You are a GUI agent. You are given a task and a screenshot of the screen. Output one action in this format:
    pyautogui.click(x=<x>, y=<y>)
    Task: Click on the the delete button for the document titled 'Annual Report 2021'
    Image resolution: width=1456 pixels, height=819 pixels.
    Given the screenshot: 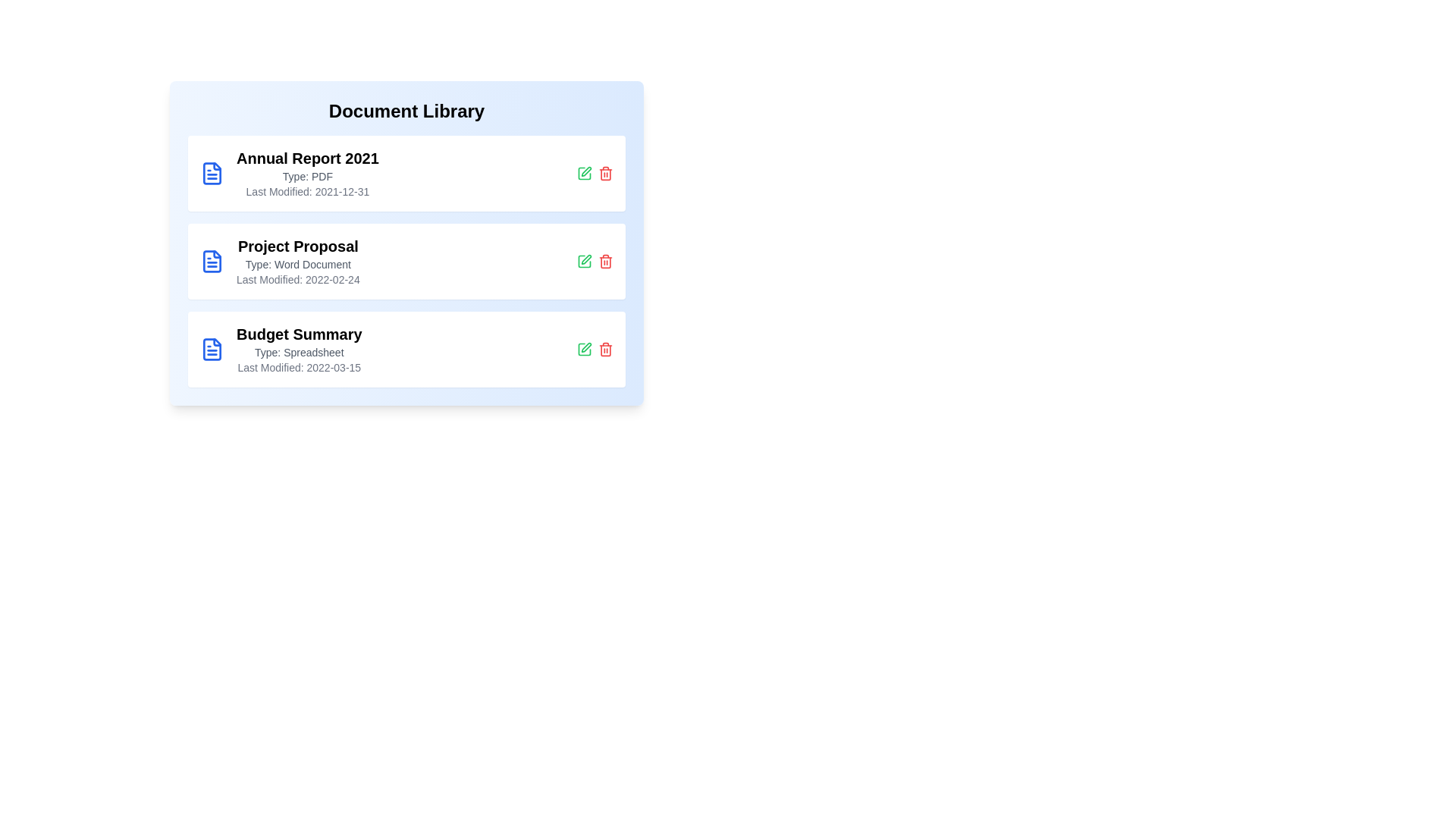 What is the action you would take?
    pyautogui.click(x=604, y=172)
    